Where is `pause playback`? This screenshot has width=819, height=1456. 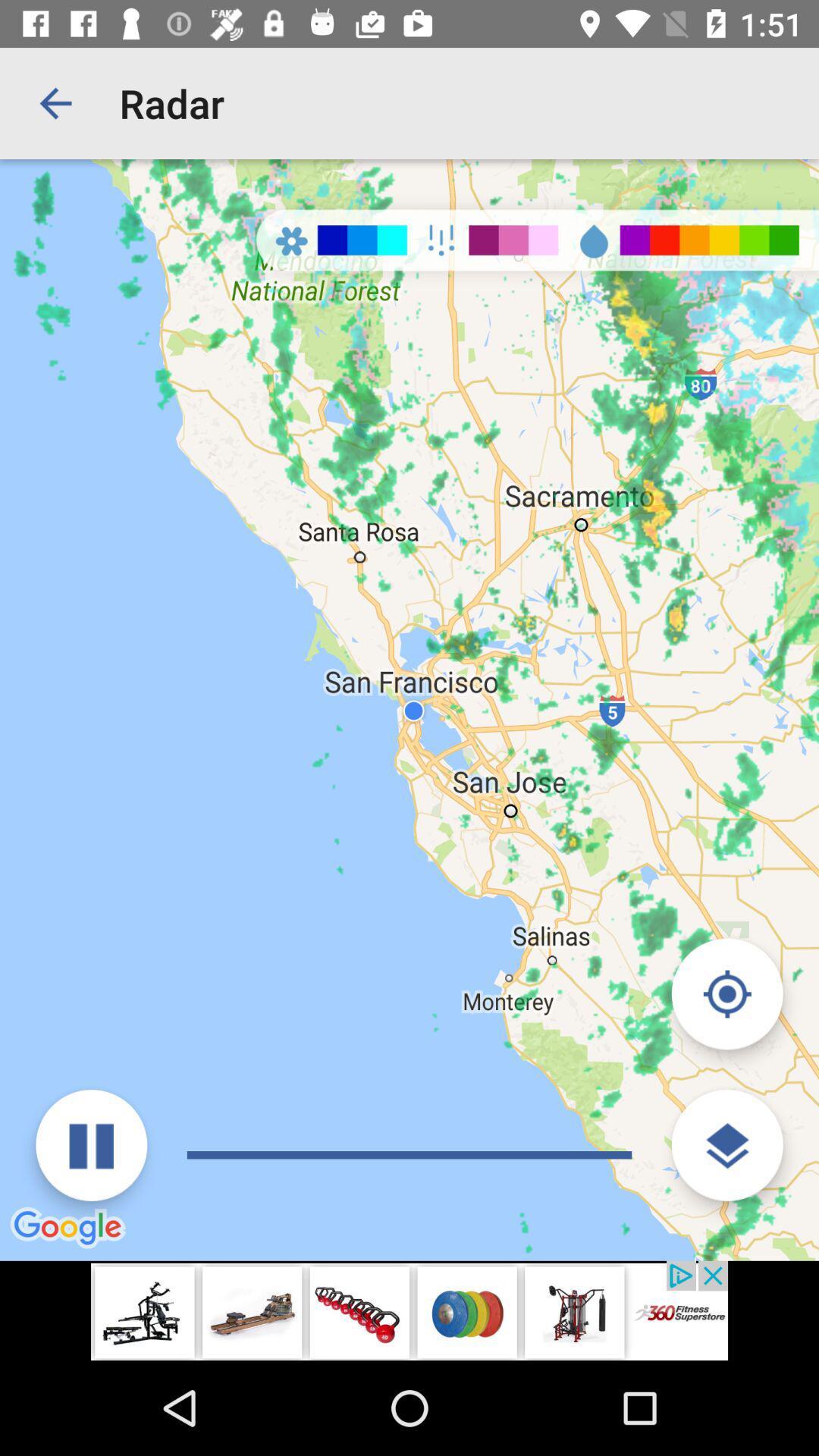
pause playback is located at coordinates (91, 1145).